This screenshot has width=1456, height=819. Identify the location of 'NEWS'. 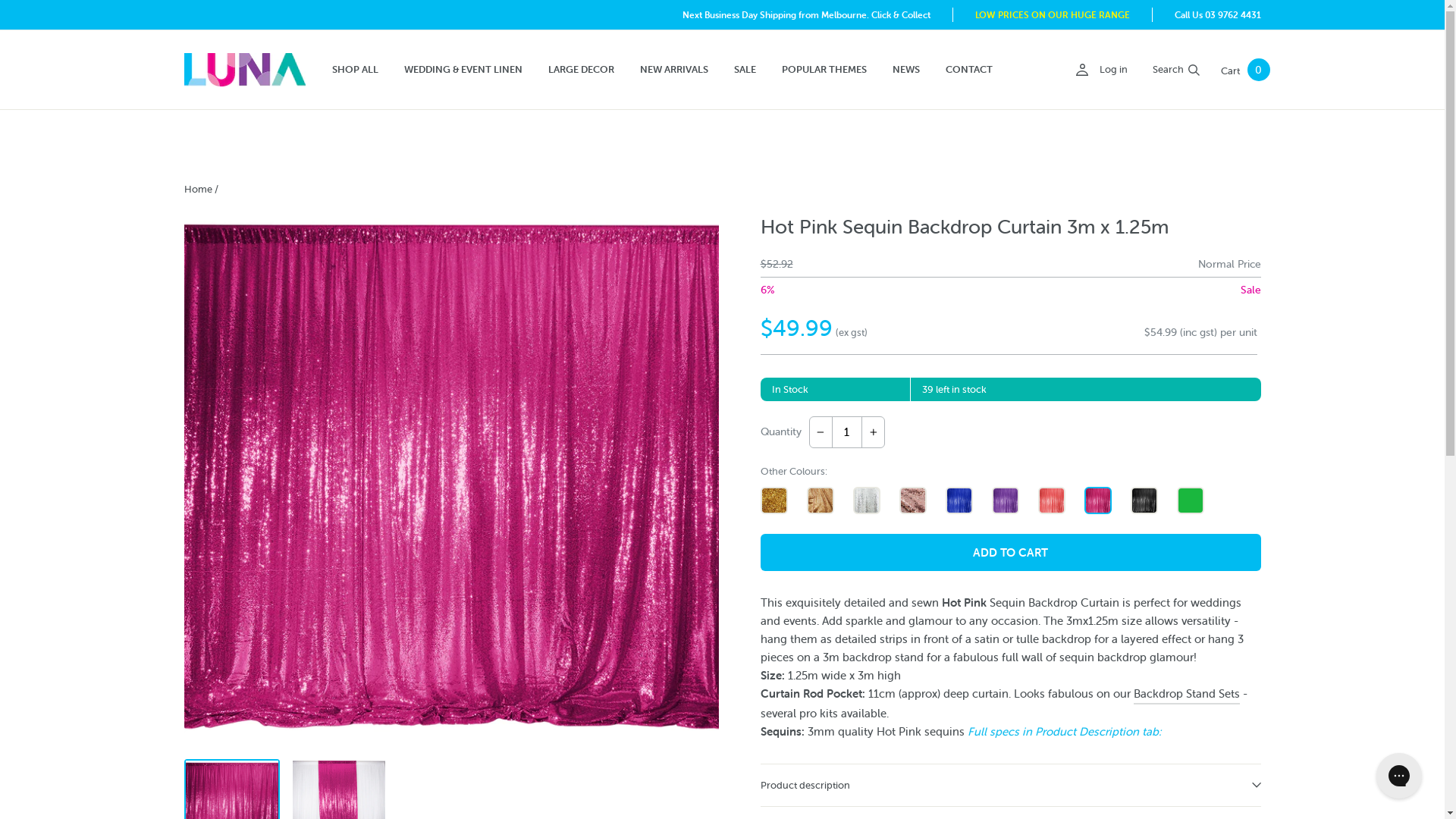
(906, 70).